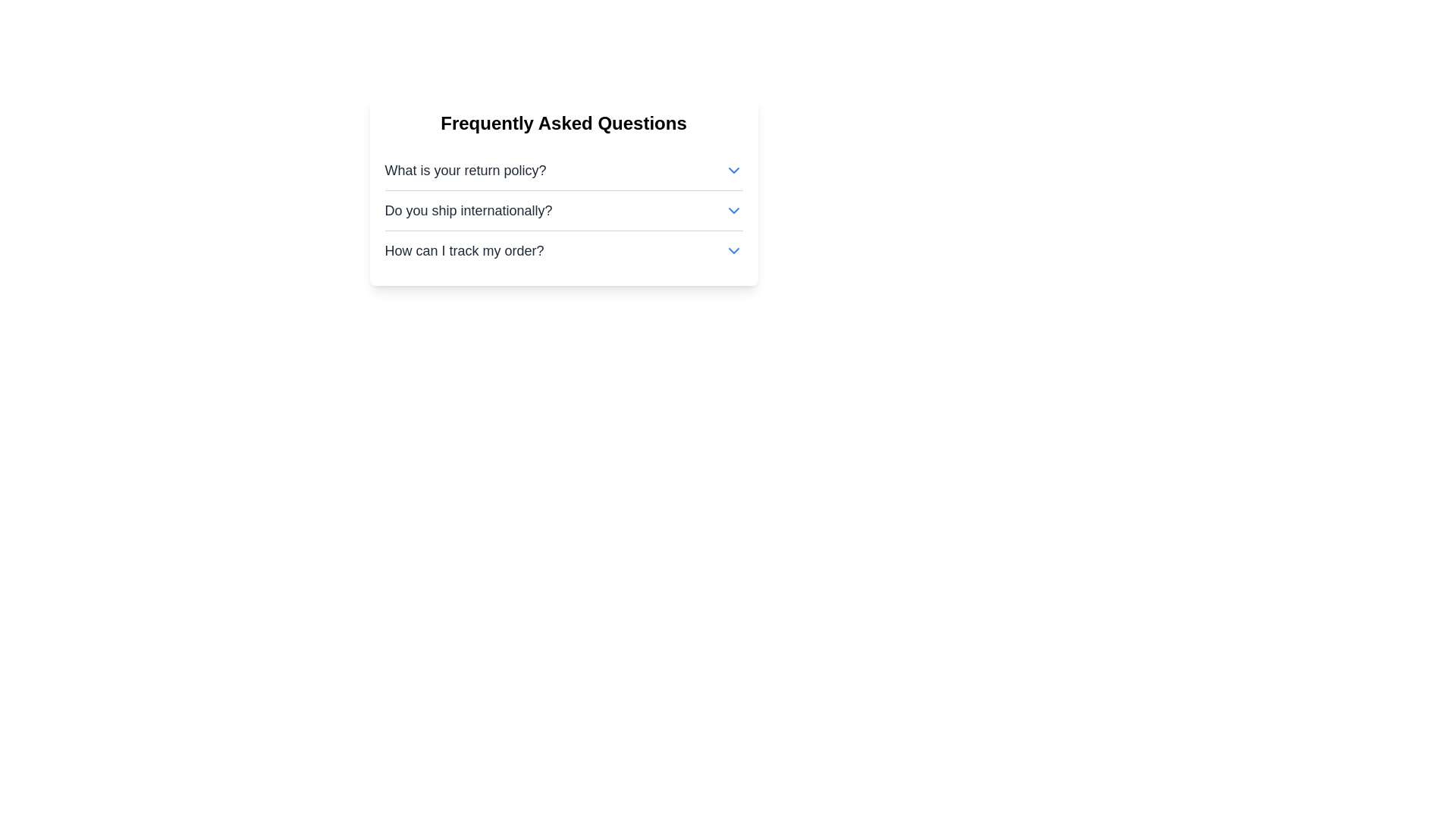  I want to click on the downward-pointing chevron icon styled in blue, located at the rightmost end of the 'What is your return policy?' text, so click(733, 170).